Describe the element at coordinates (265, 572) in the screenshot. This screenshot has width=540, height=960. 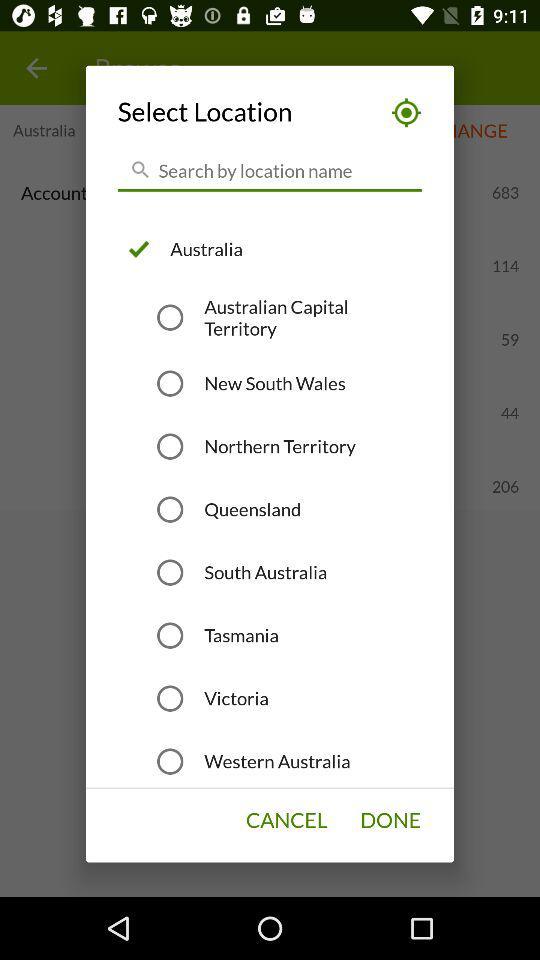
I see `south australia` at that location.